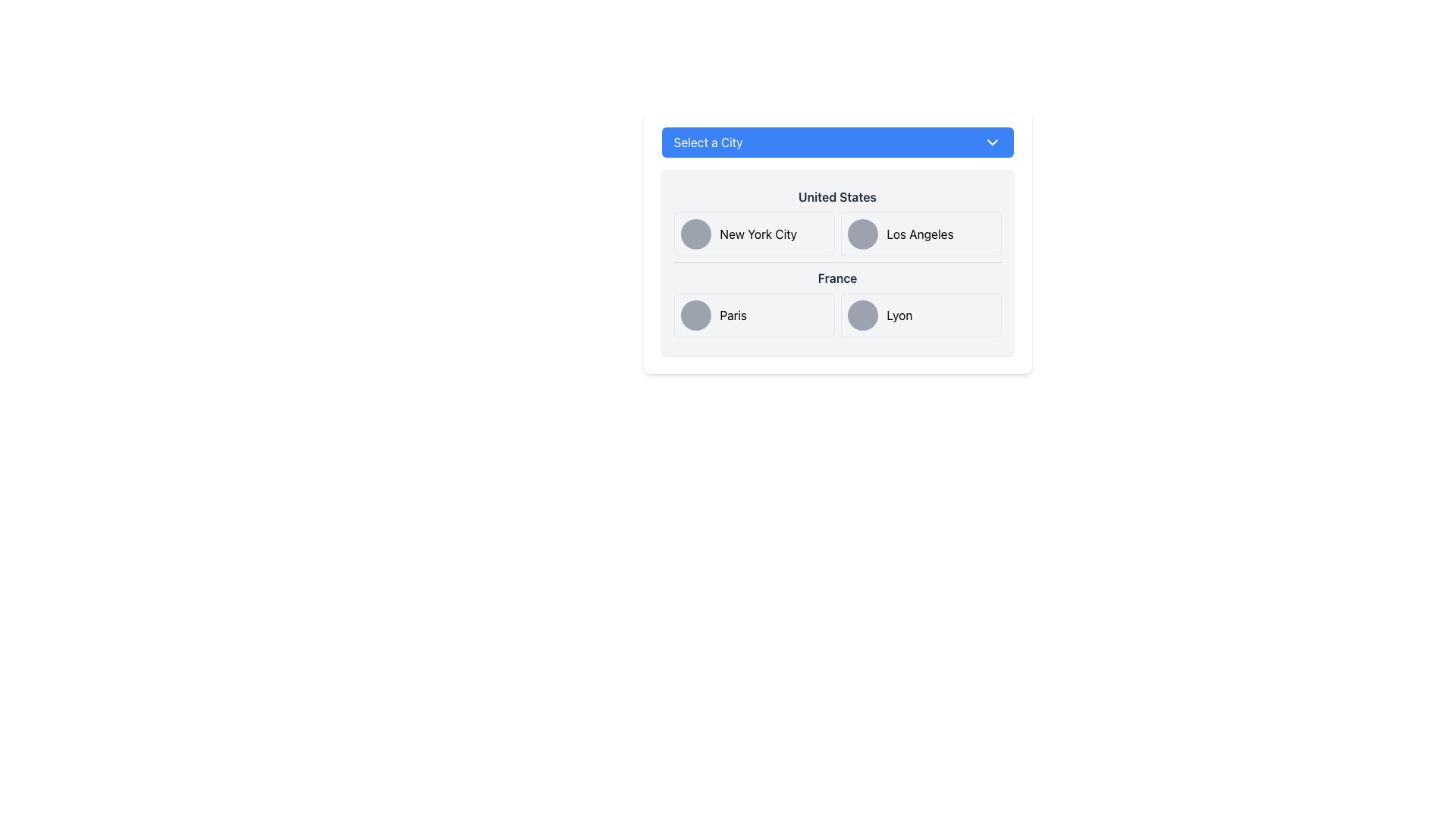  Describe the element at coordinates (899, 315) in the screenshot. I see `the city 'Lyon'` at that location.